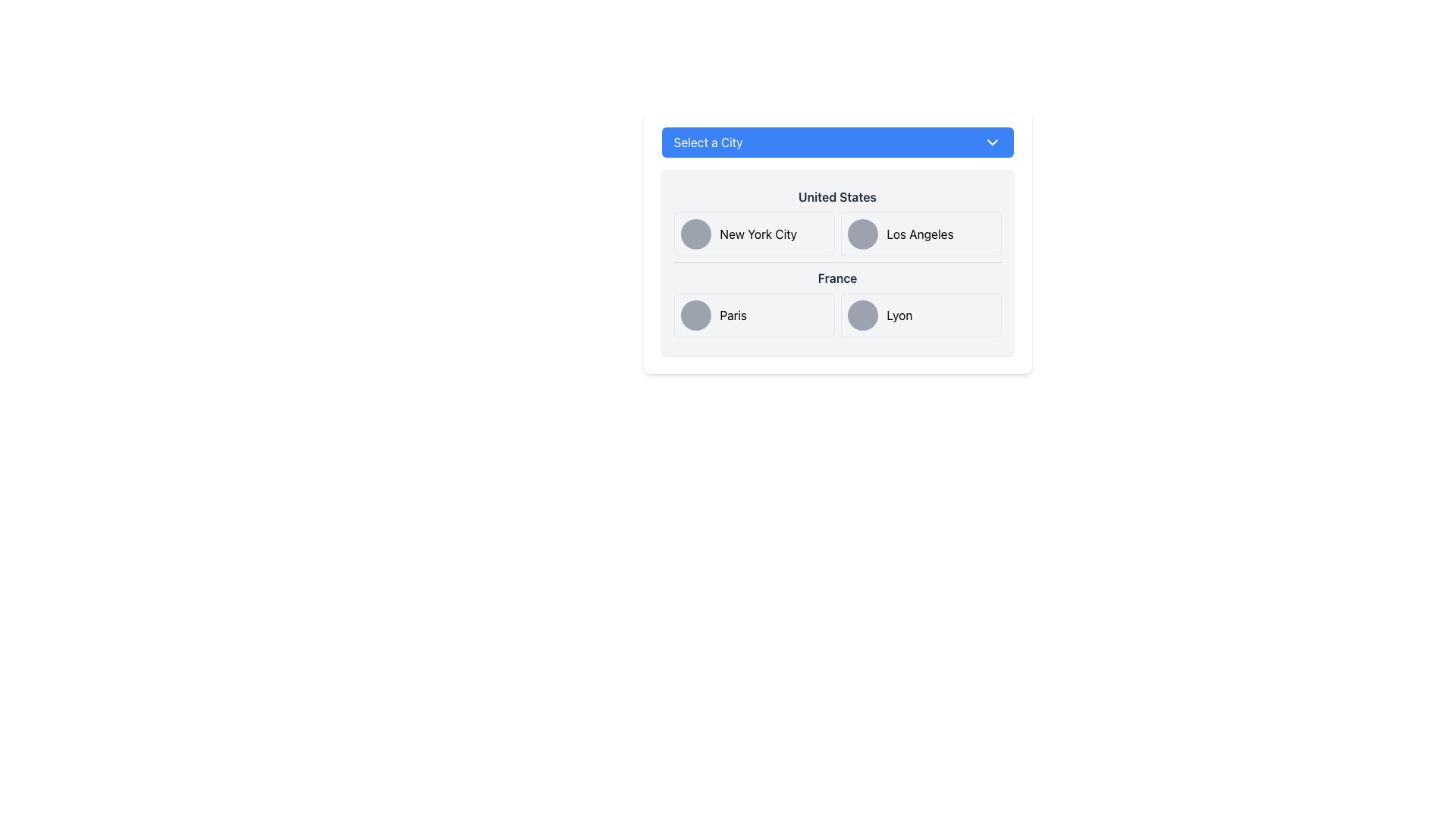  Describe the element at coordinates (899, 315) in the screenshot. I see `the city 'Lyon'` at that location.